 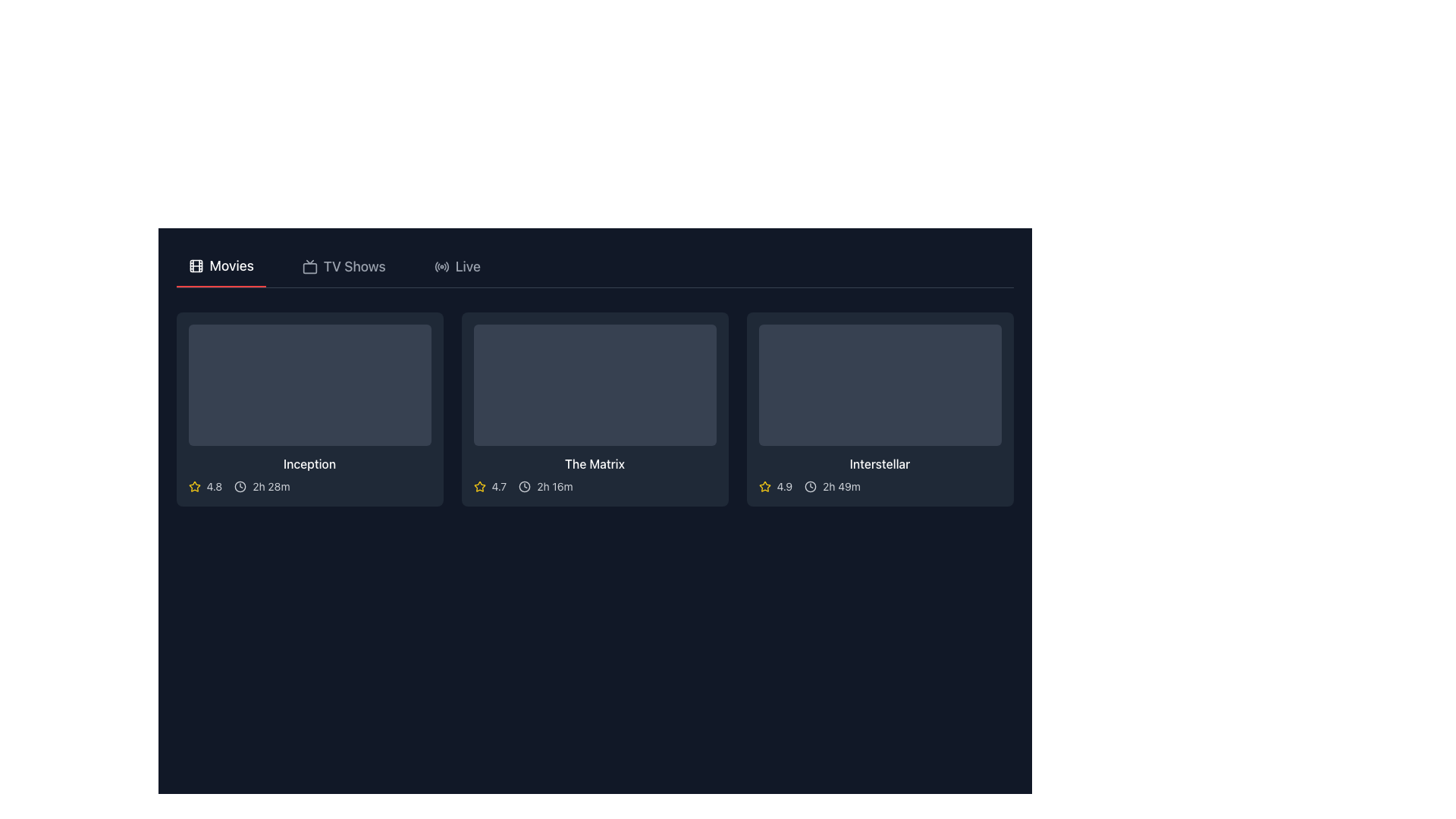 I want to click on the 'TV Shows' button, which is part of a horizontal navigation bar and located between the 'Movies' and 'Live' buttons, so click(x=343, y=265).